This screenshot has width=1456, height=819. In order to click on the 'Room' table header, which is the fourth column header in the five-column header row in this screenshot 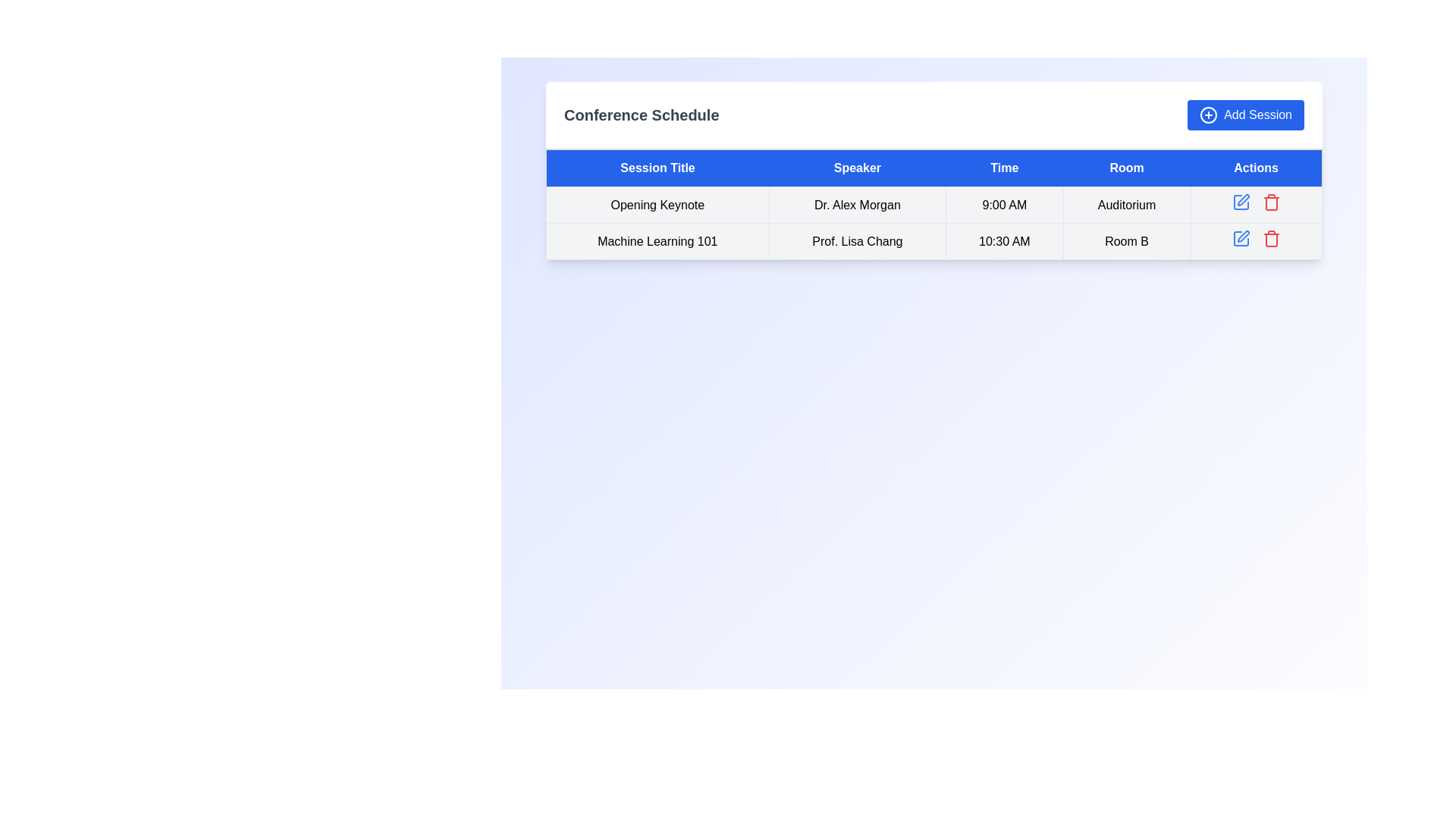, I will do `click(1127, 168)`.